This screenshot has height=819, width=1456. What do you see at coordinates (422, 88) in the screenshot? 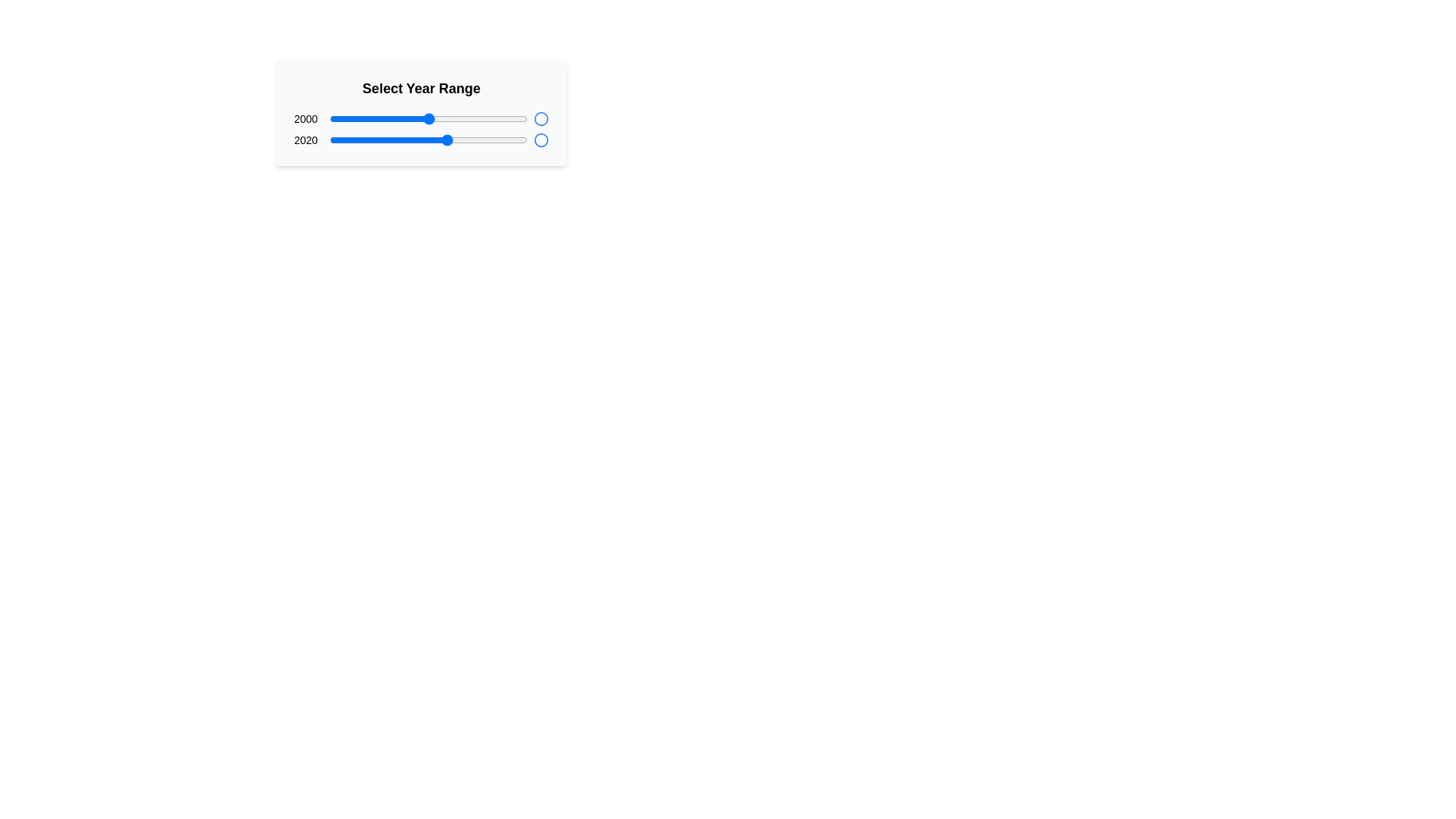
I see `the static text header that indicates the purpose of the content below, specifically for selecting a year range` at bounding box center [422, 88].